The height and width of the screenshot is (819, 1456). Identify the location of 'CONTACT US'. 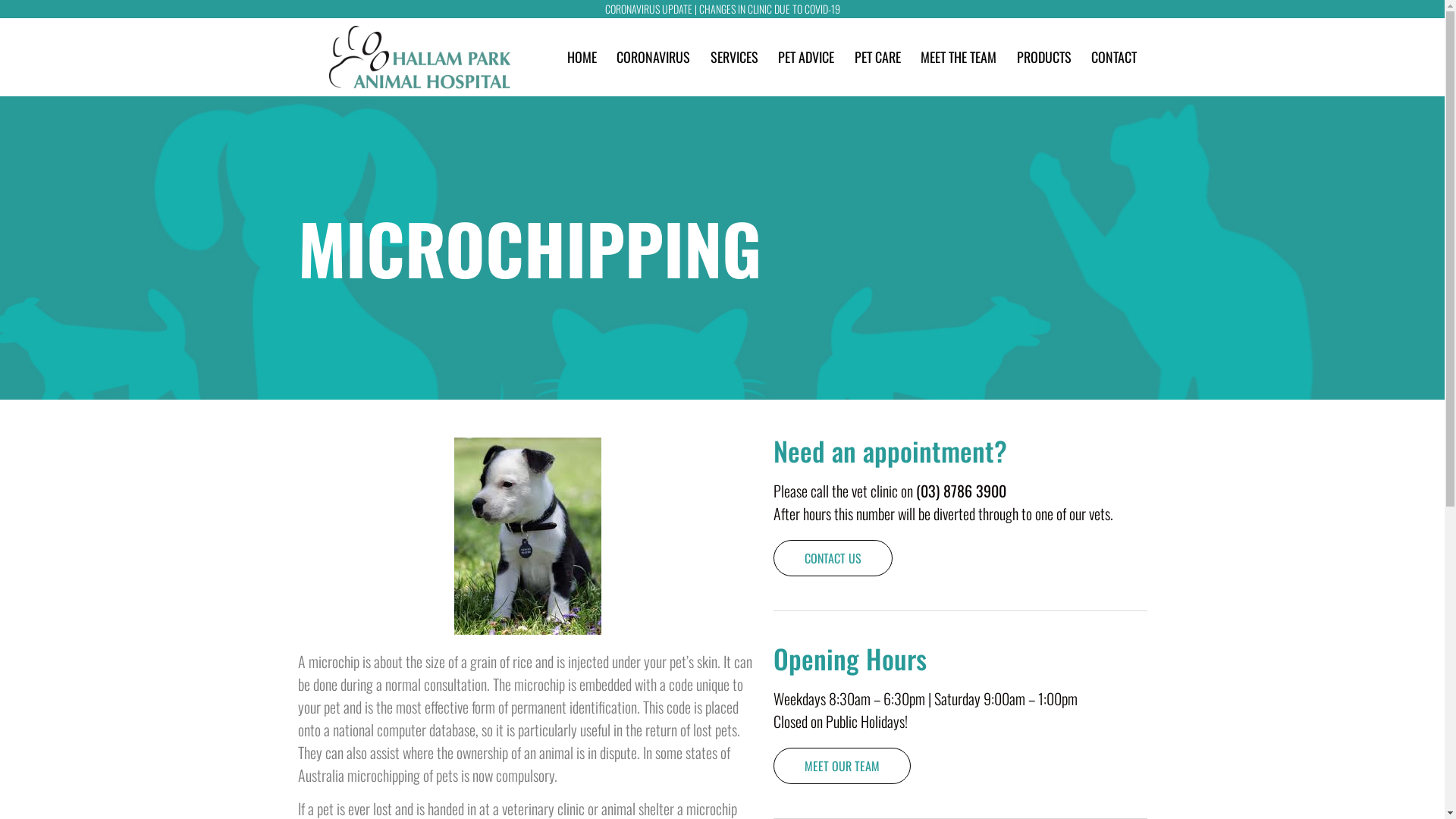
(832, 558).